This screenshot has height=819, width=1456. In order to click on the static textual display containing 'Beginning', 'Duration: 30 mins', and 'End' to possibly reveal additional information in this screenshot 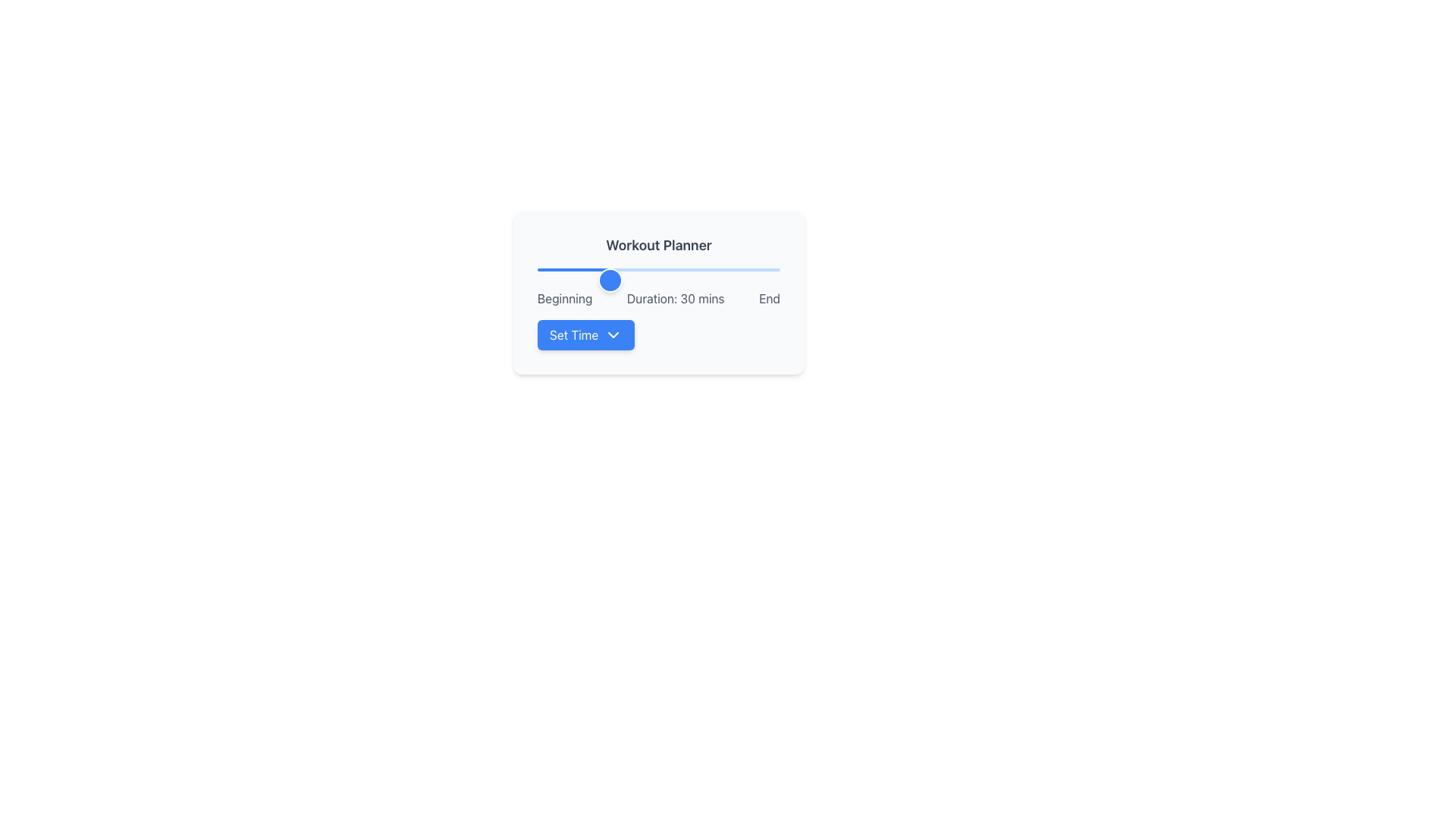, I will do `click(658, 298)`.